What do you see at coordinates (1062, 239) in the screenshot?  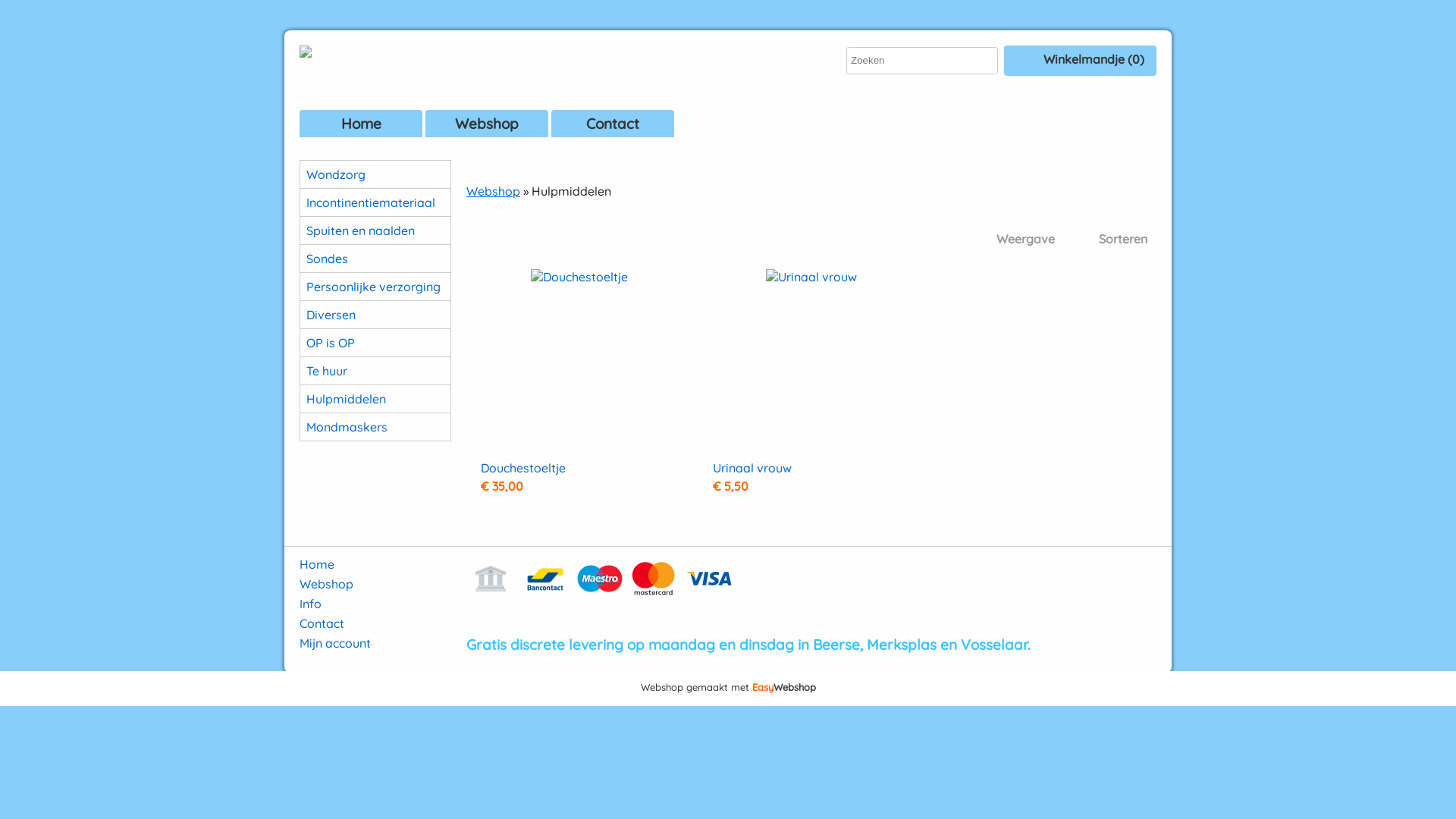 I see `'Sorteren'` at bounding box center [1062, 239].